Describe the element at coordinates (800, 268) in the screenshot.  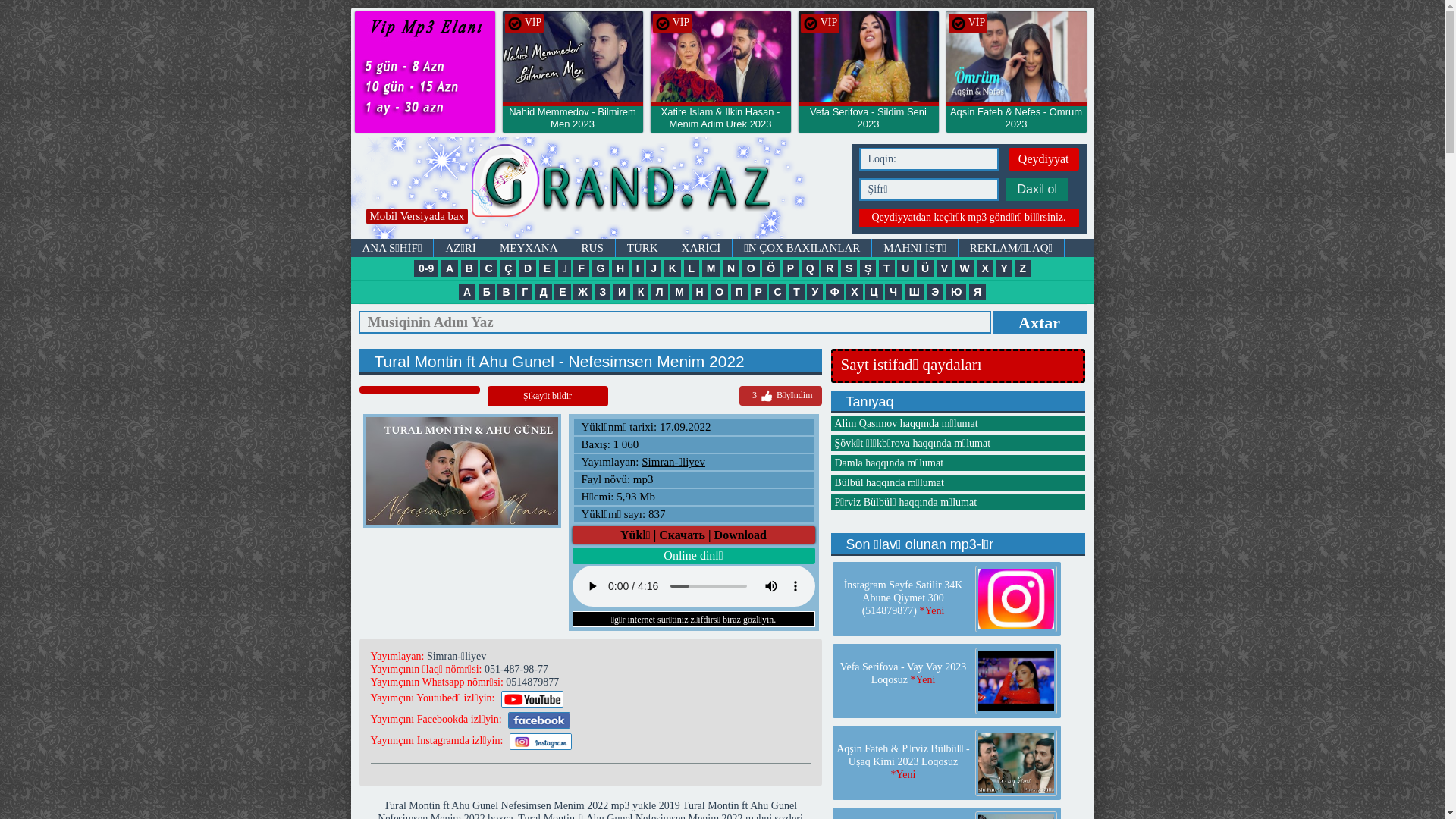
I see `'Q'` at that location.